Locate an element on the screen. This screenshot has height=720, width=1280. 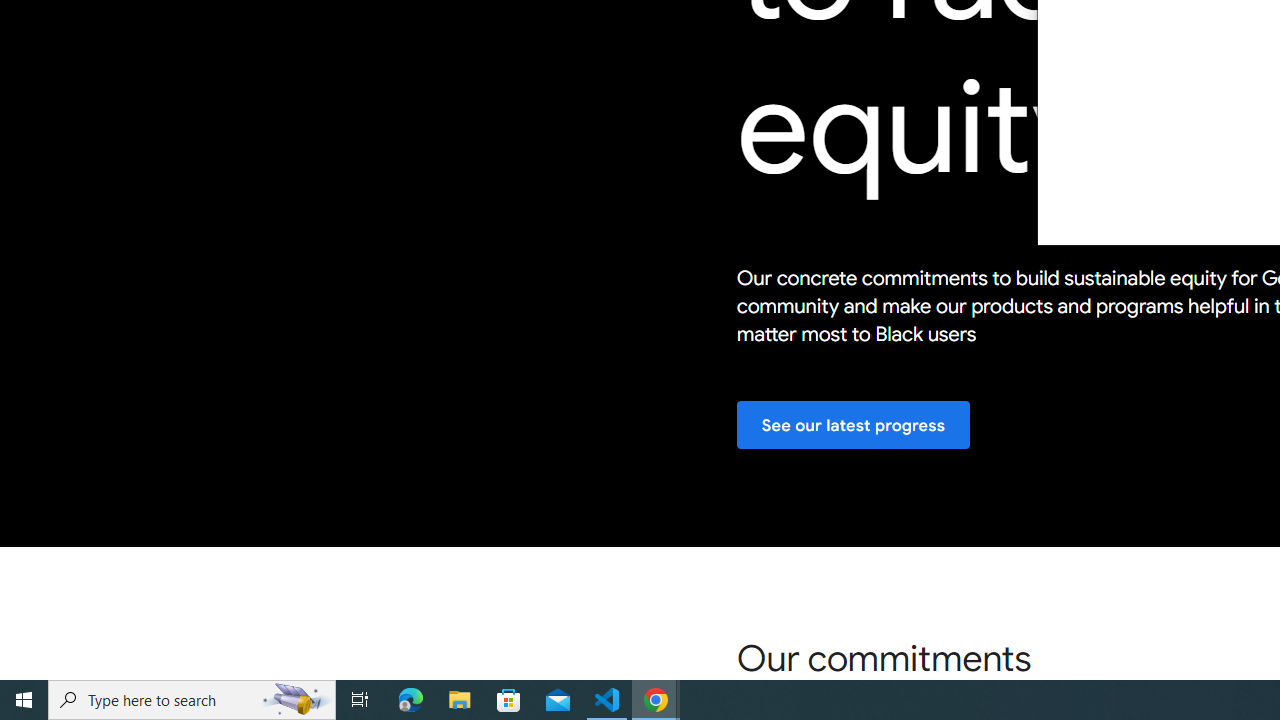
'See our latest progress' is located at coordinates (853, 424).